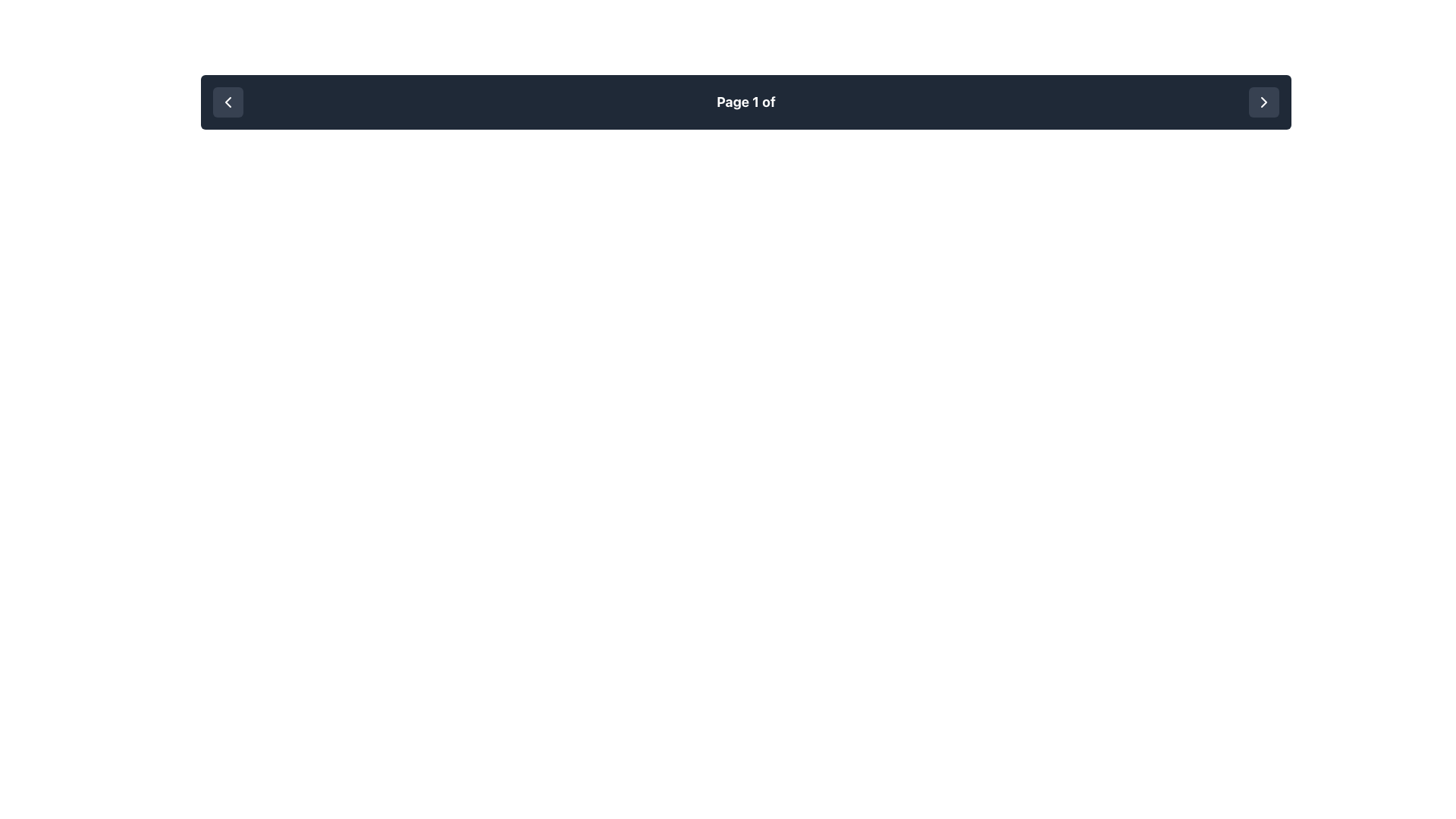 The height and width of the screenshot is (819, 1456). I want to click on the rectangular button with a dark gray background and a white left-pointing chevron icon, located on the left side of the navigation bar preceding the text 'Page 1 of', so click(227, 102).